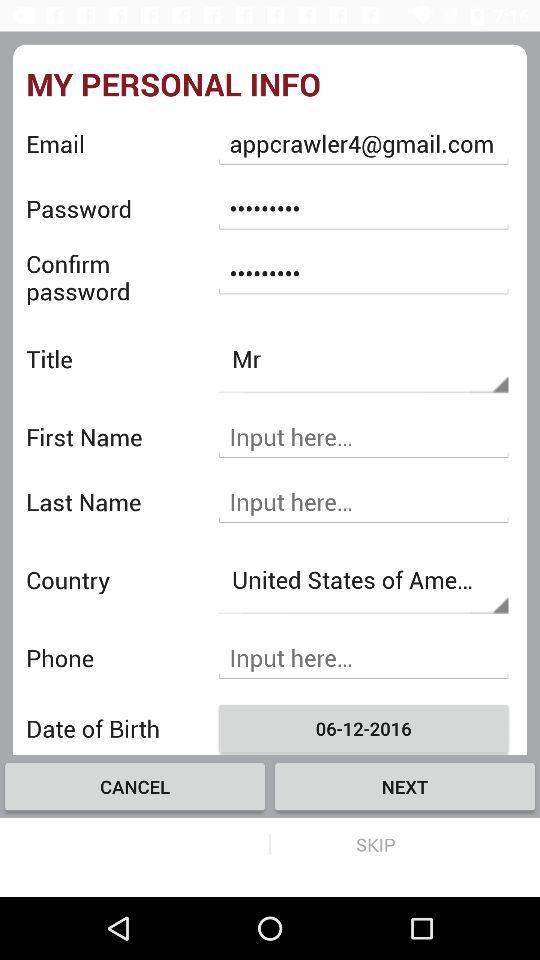 This screenshot has height=960, width=540. Describe the element at coordinates (362, 501) in the screenshot. I see `insert last name` at that location.